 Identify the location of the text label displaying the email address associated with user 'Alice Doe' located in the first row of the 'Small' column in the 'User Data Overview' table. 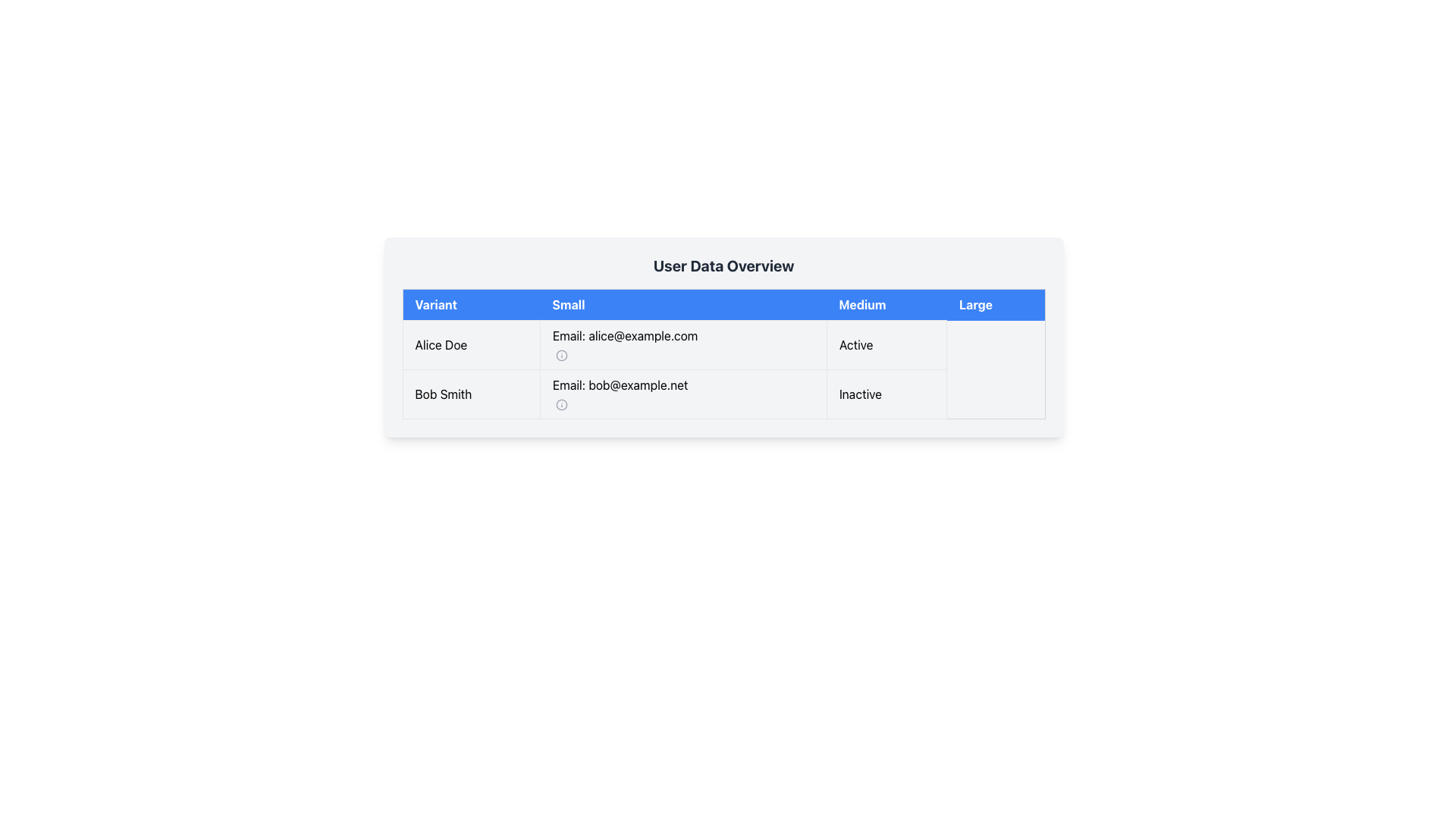
(682, 335).